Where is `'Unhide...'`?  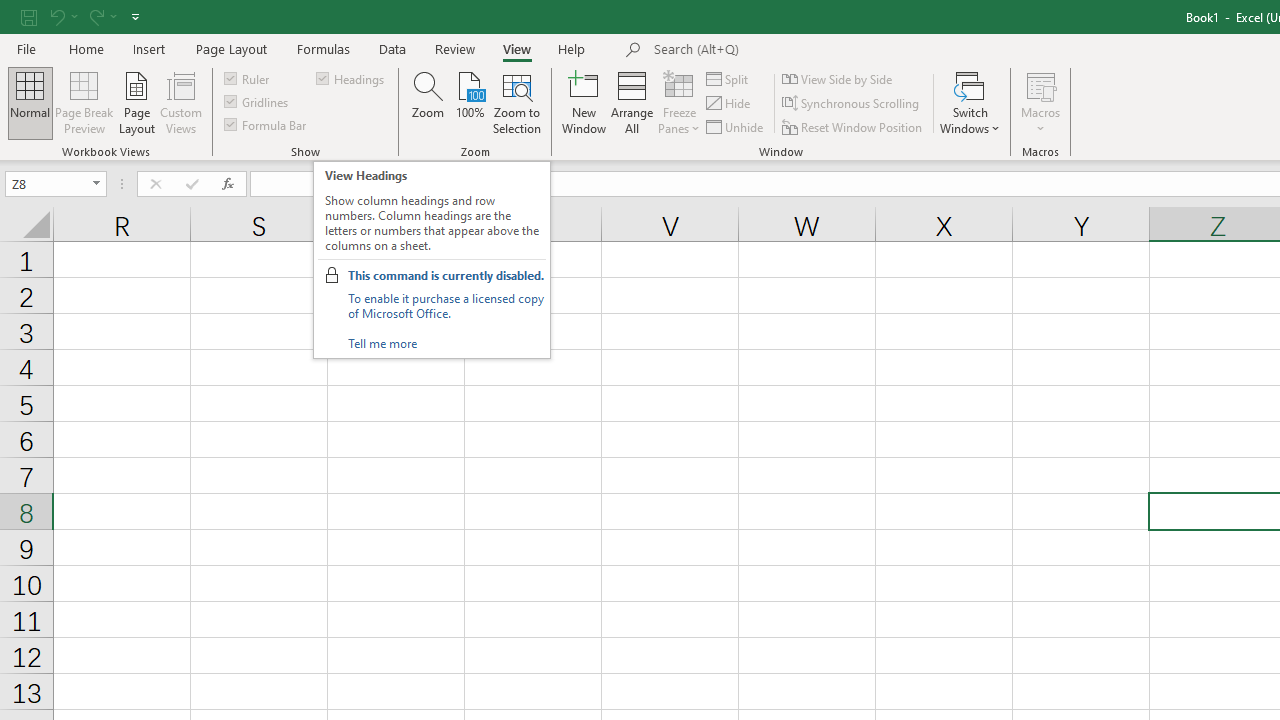
'Unhide...' is located at coordinates (735, 127).